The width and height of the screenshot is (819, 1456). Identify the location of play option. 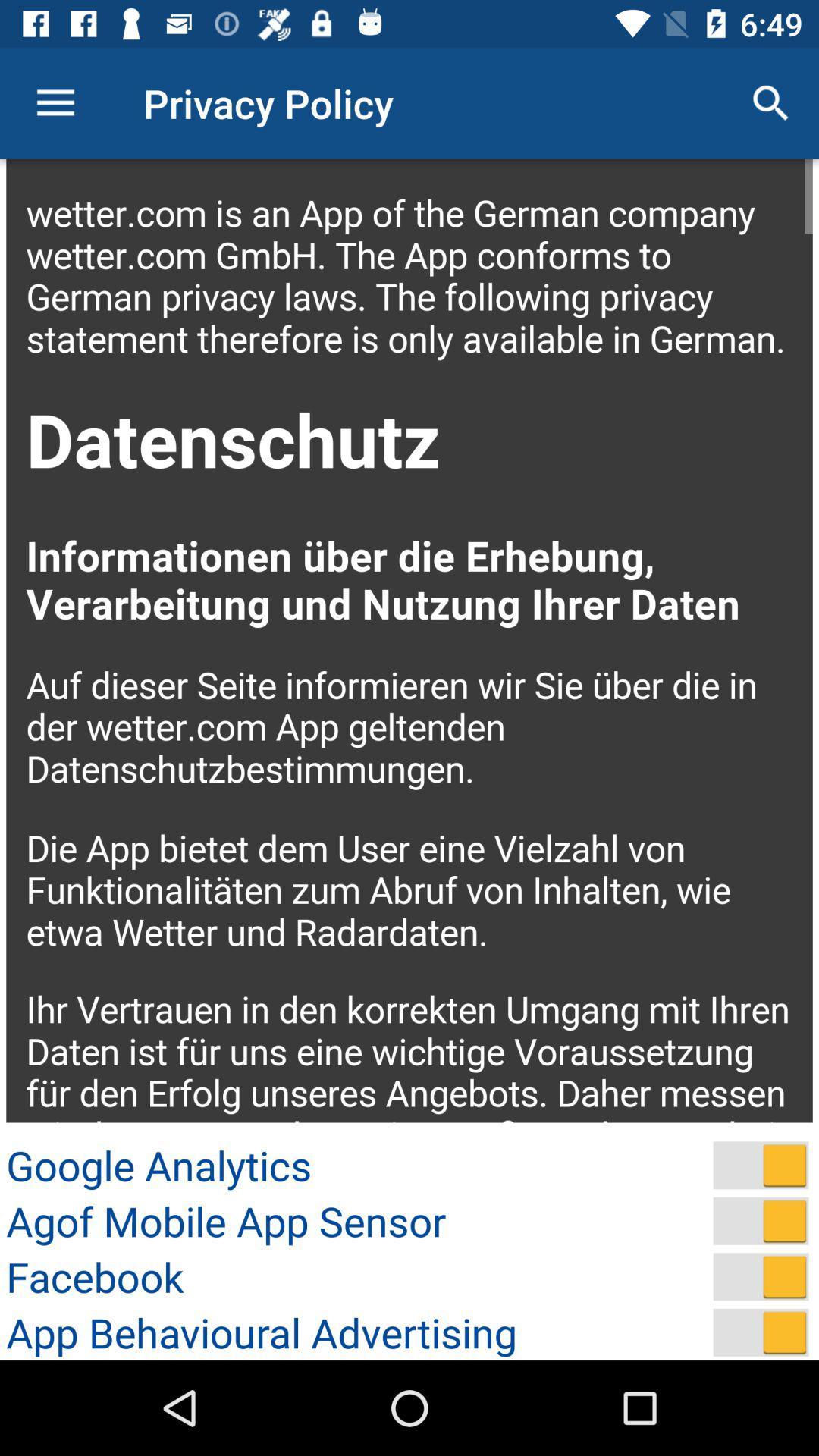
(761, 1164).